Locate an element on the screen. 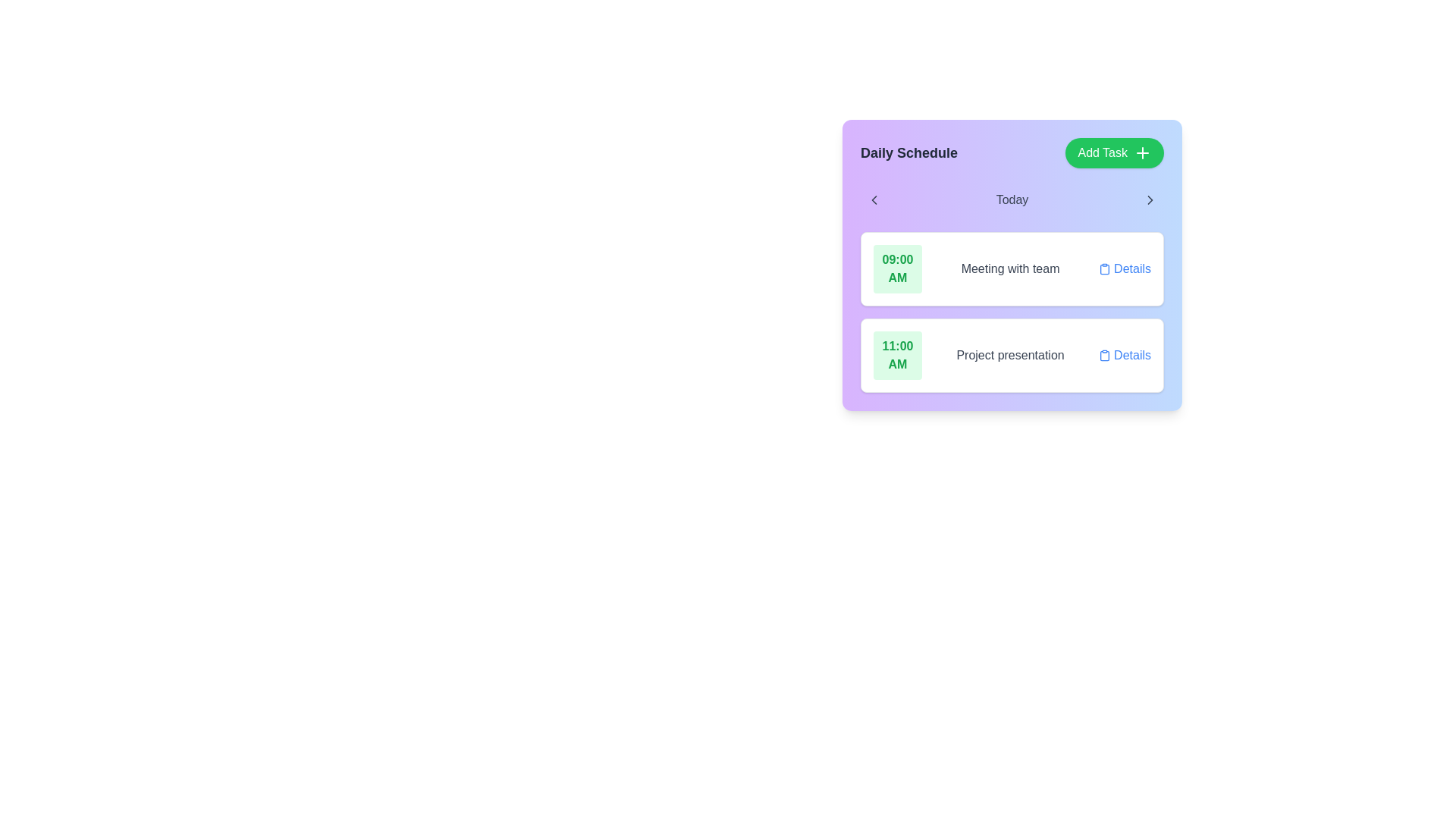 The height and width of the screenshot is (819, 1456). the plus icon located within the green 'Add Task' button in the upper right corner of the scheduling interface is located at coordinates (1143, 152).